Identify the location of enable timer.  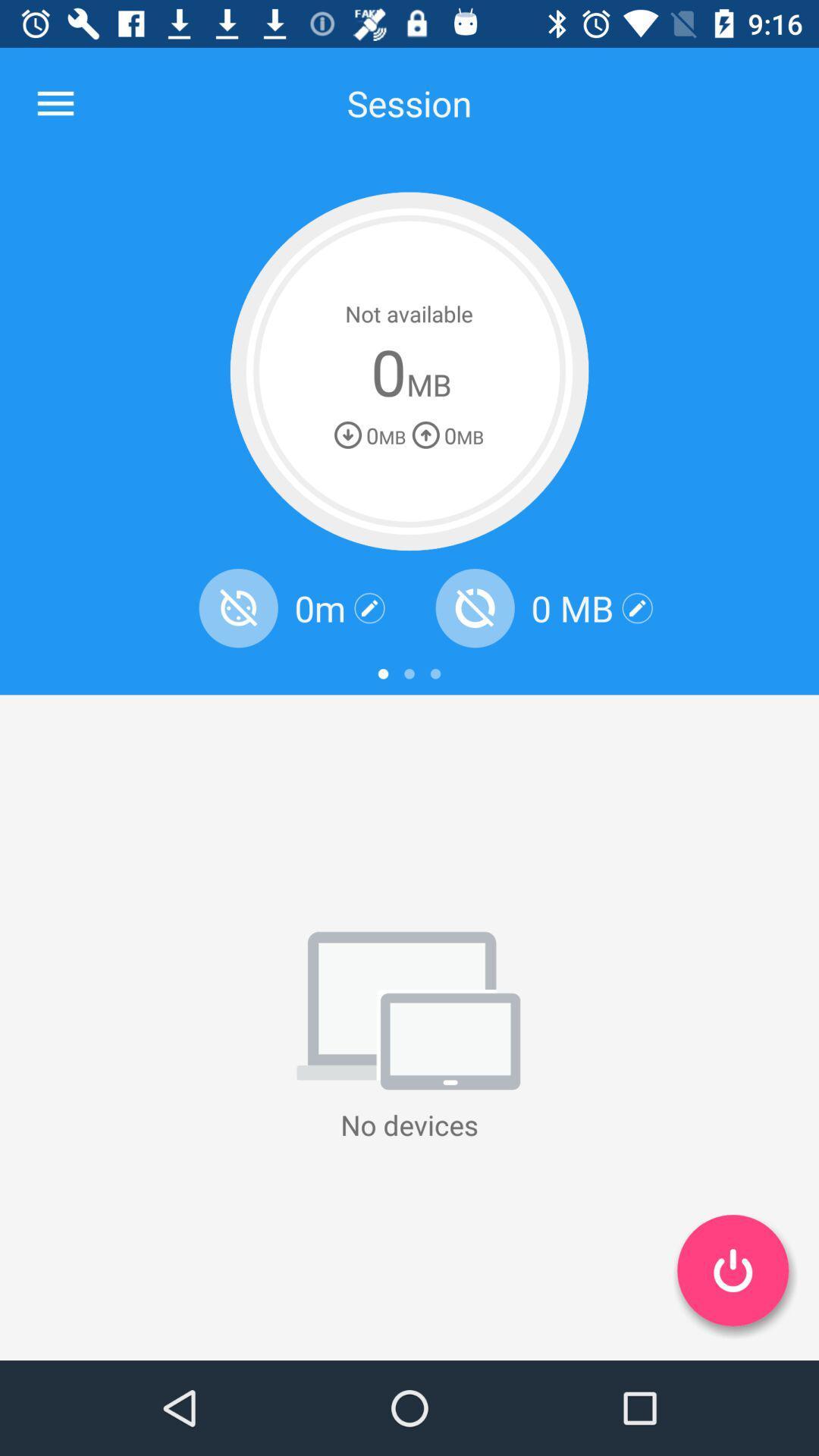
(238, 608).